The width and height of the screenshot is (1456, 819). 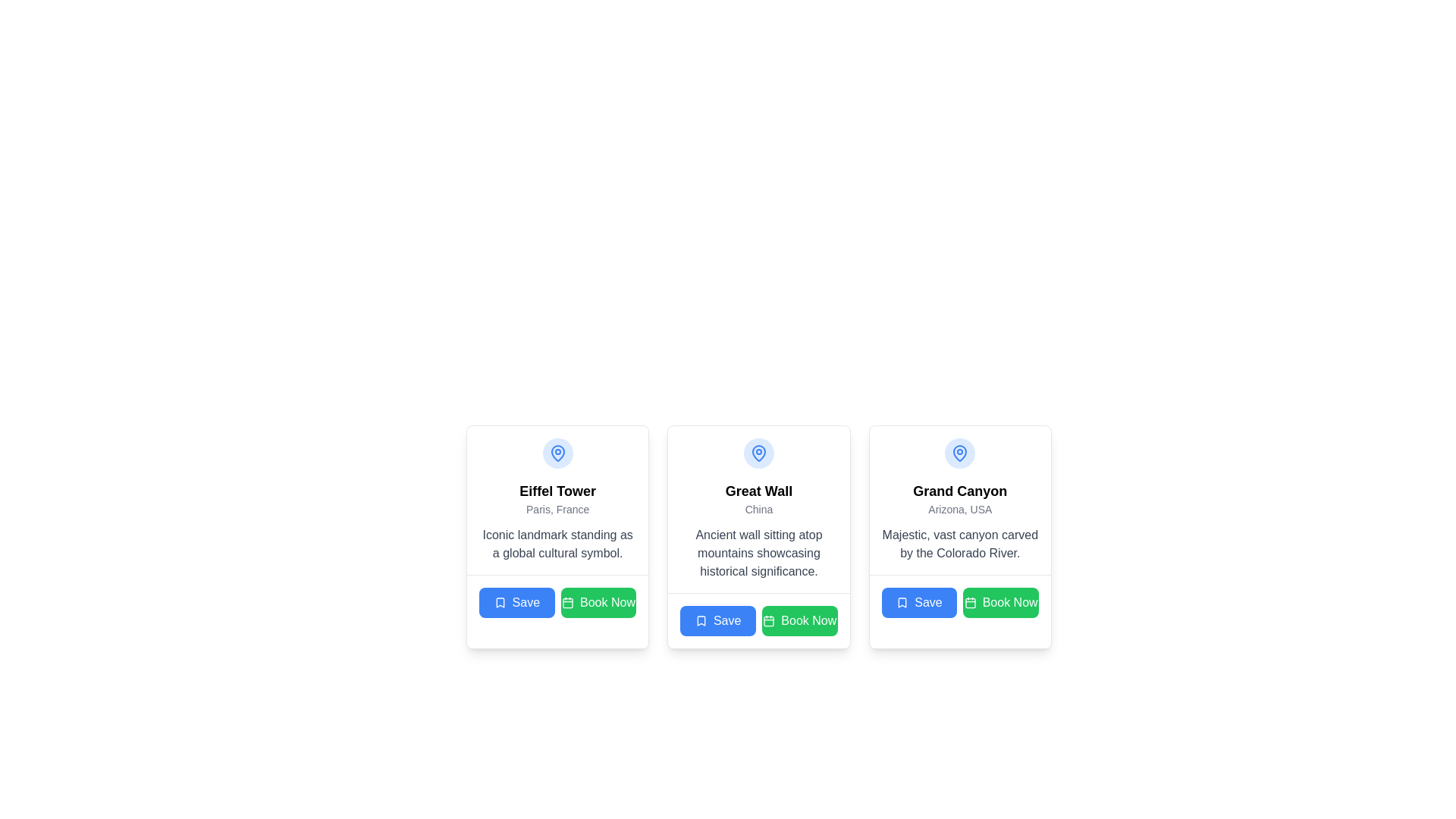 What do you see at coordinates (758, 553) in the screenshot?
I see `the textual description in the central card that reads 'Ancient wall sitting atop mountains showcasing historical significance.'` at bounding box center [758, 553].